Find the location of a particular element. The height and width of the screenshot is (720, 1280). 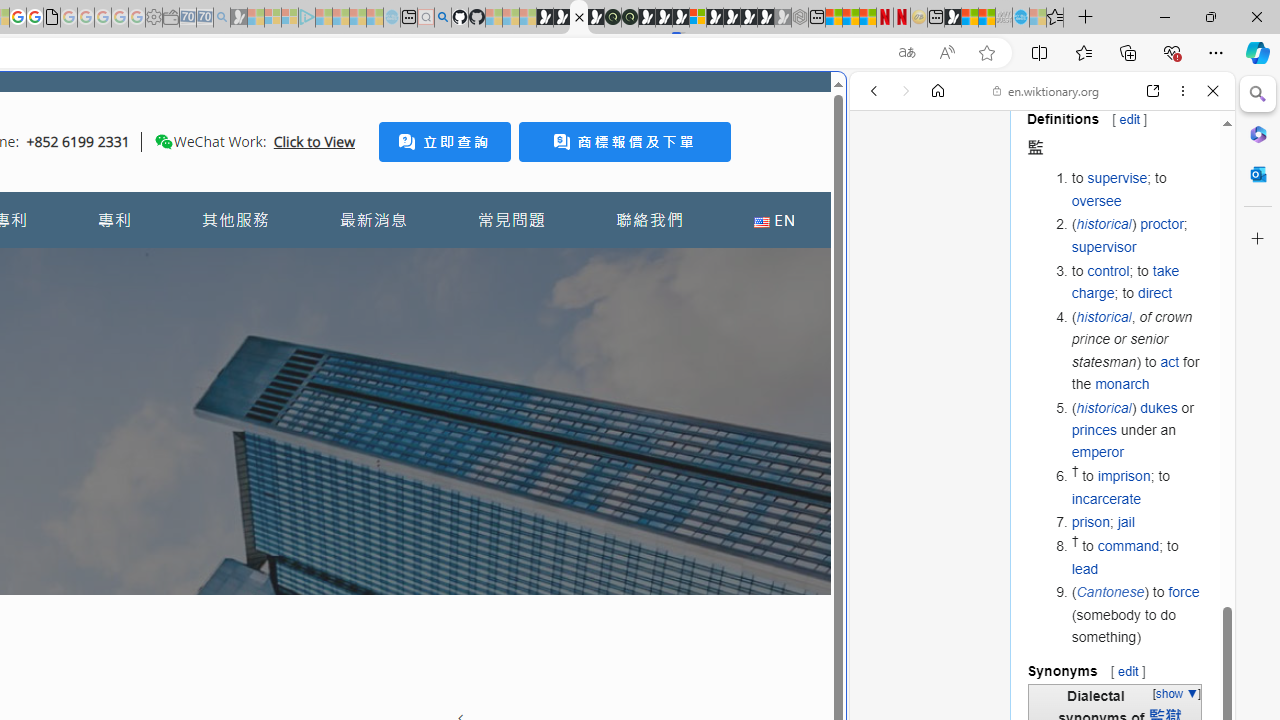

'en.wiktionary.org' is located at coordinates (1045, 91).